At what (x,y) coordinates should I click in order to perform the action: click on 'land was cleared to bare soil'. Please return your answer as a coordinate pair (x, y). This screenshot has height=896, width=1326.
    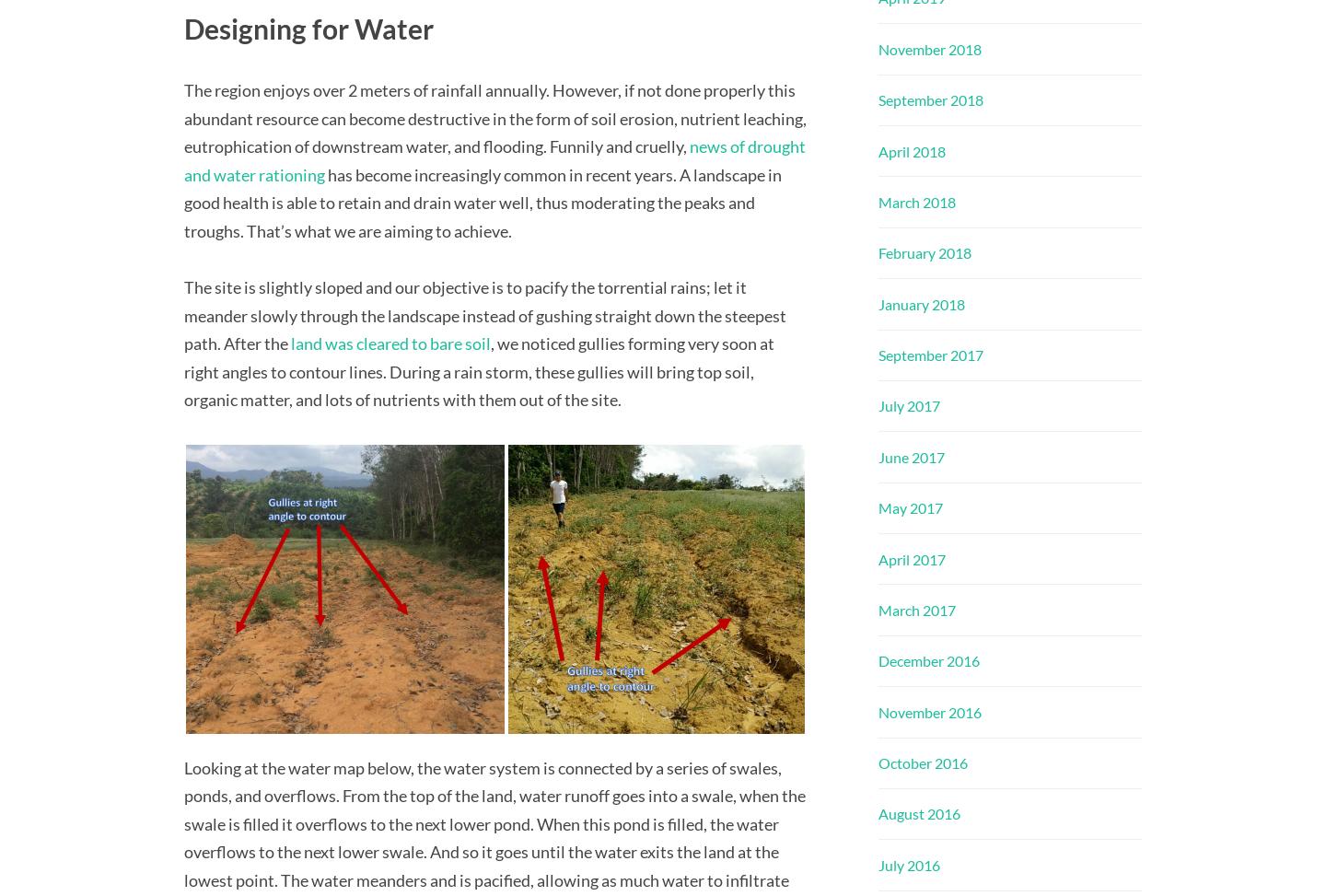
    Looking at the image, I should click on (390, 343).